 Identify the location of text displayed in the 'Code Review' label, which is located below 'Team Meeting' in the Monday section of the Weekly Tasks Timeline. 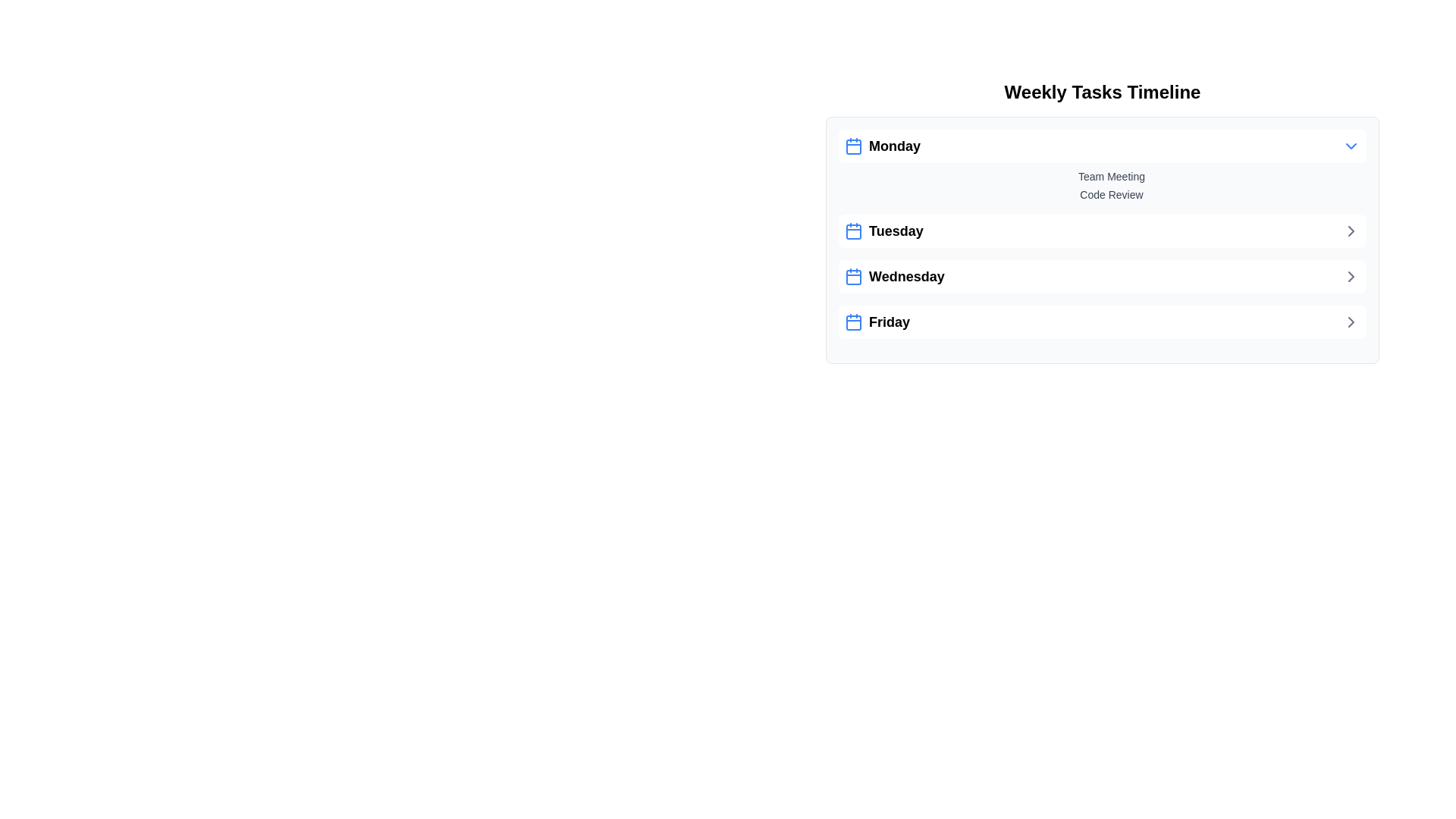
(1111, 194).